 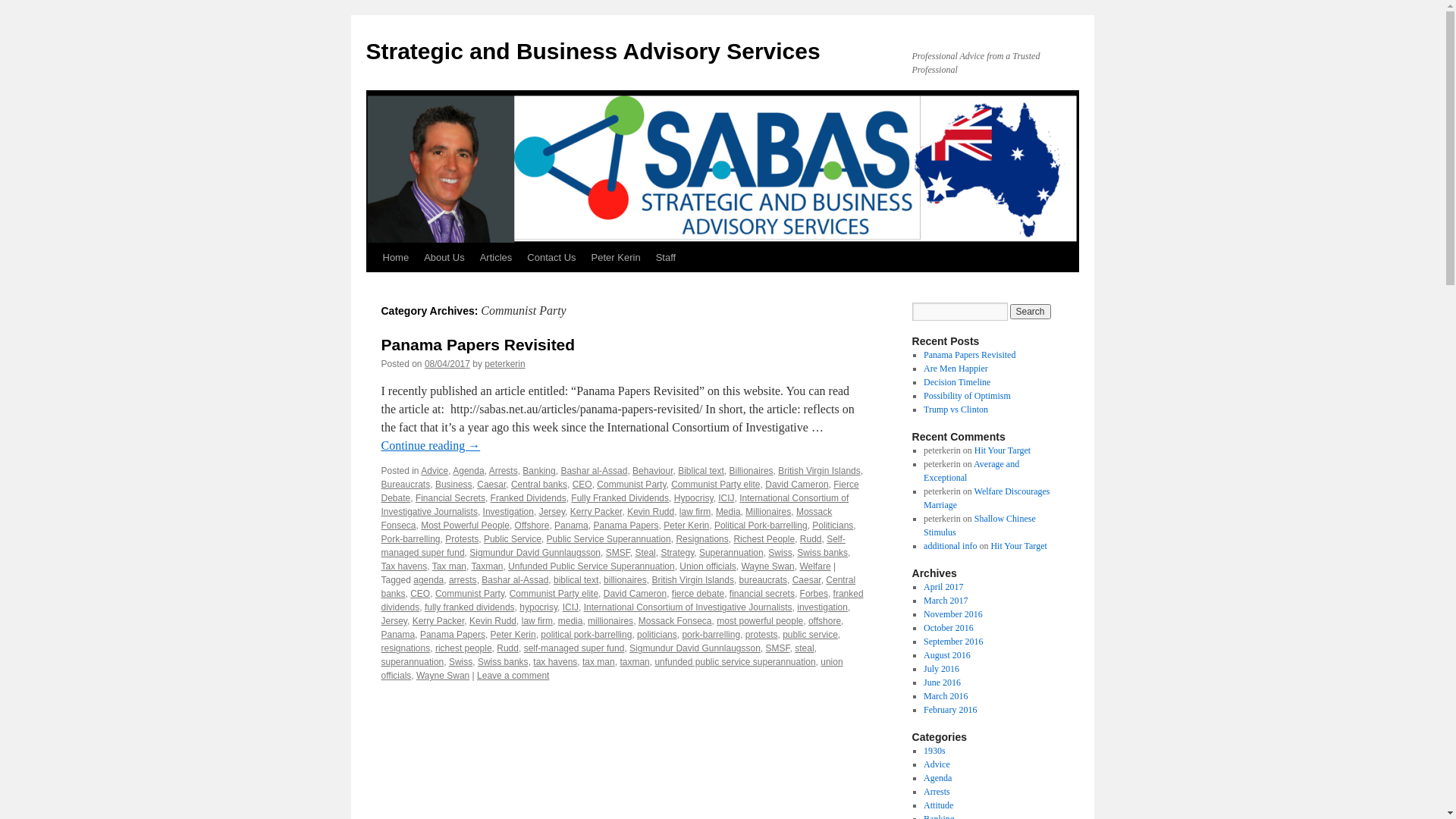 I want to click on 'August 2016', so click(x=946, y=654).